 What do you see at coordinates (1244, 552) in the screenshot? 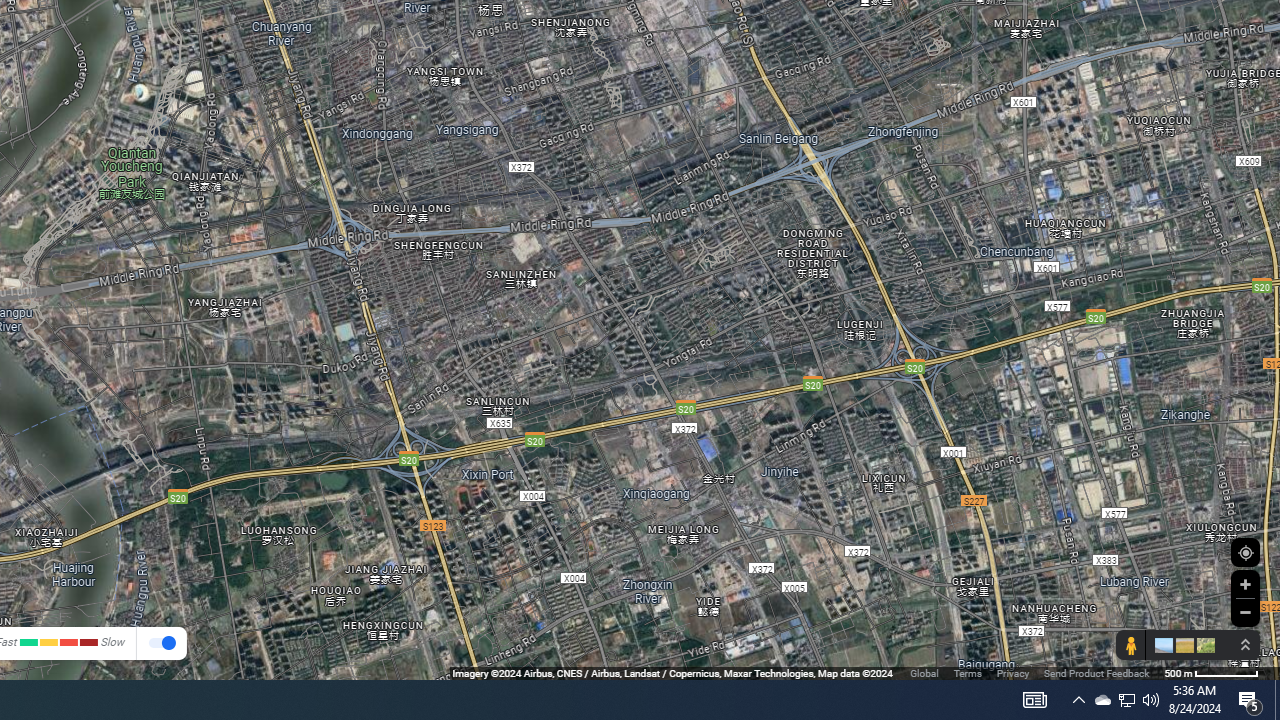
I see `'Show Your Location'` at bounding box center [1244, 552].